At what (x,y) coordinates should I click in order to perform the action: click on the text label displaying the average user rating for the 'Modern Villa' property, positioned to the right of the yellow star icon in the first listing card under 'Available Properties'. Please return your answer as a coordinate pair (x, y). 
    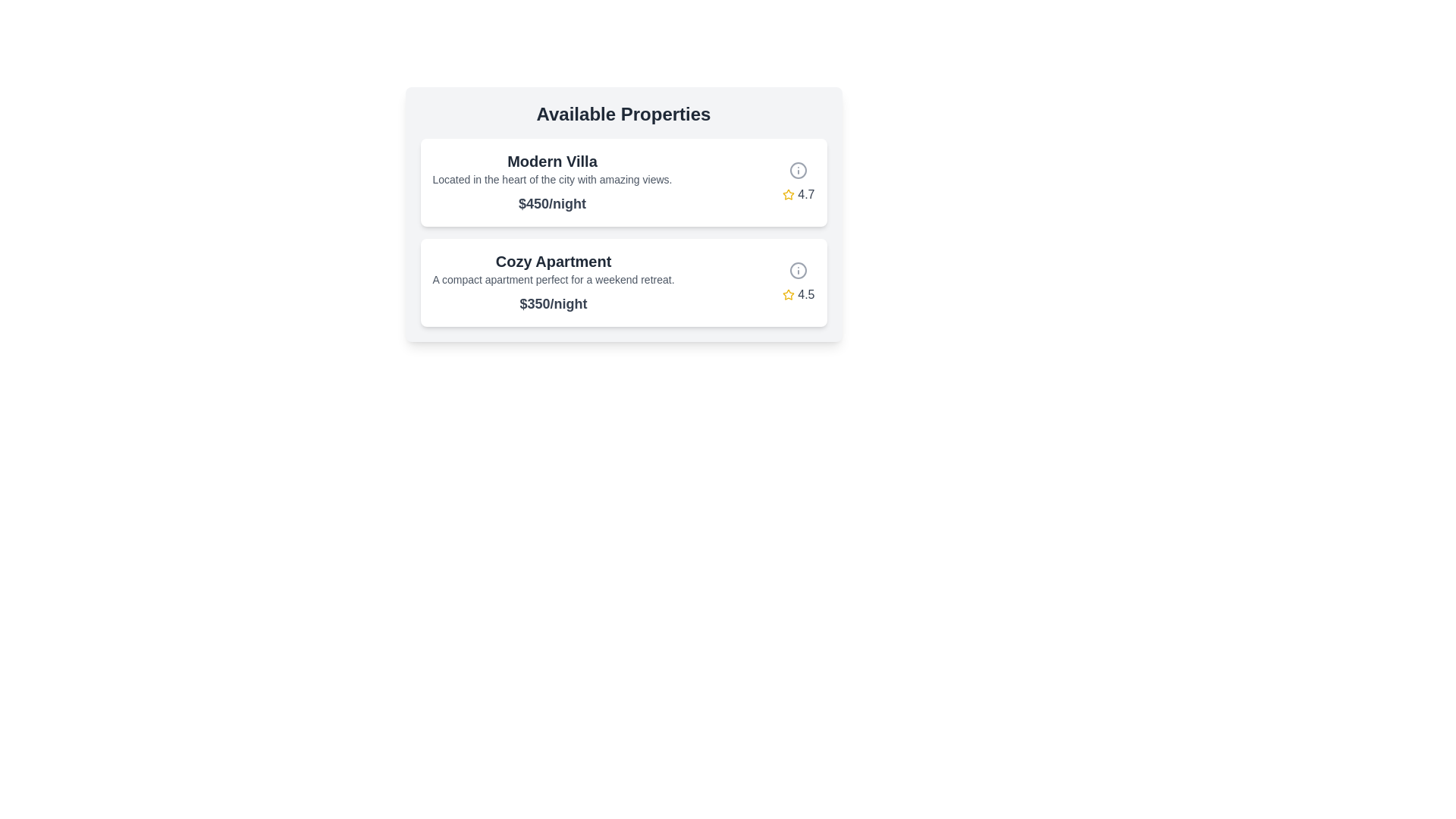
    Looking at the image, I should click on (805, 194).